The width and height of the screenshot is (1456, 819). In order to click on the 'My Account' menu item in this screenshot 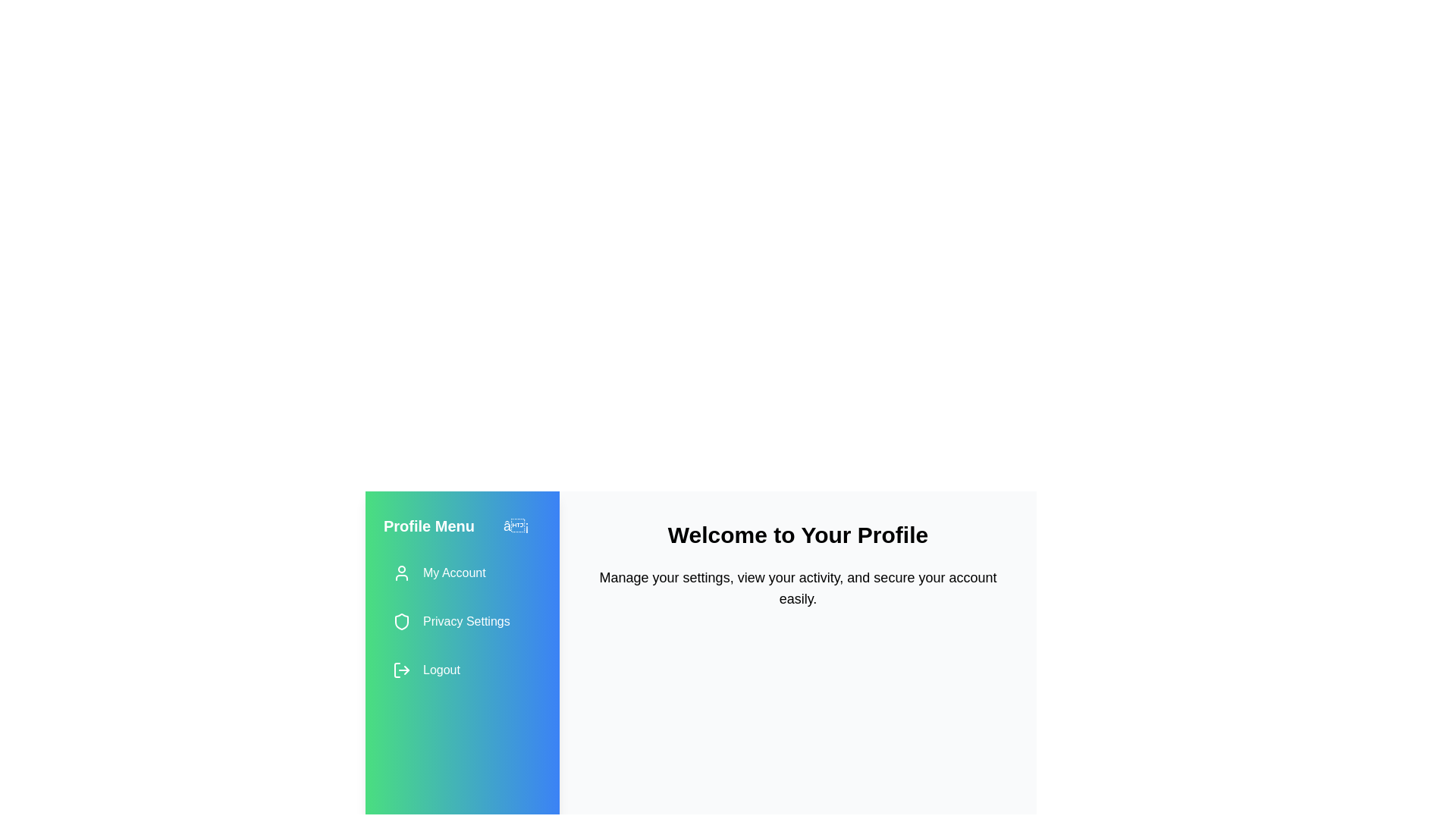, I will do `click(461, 573)`.